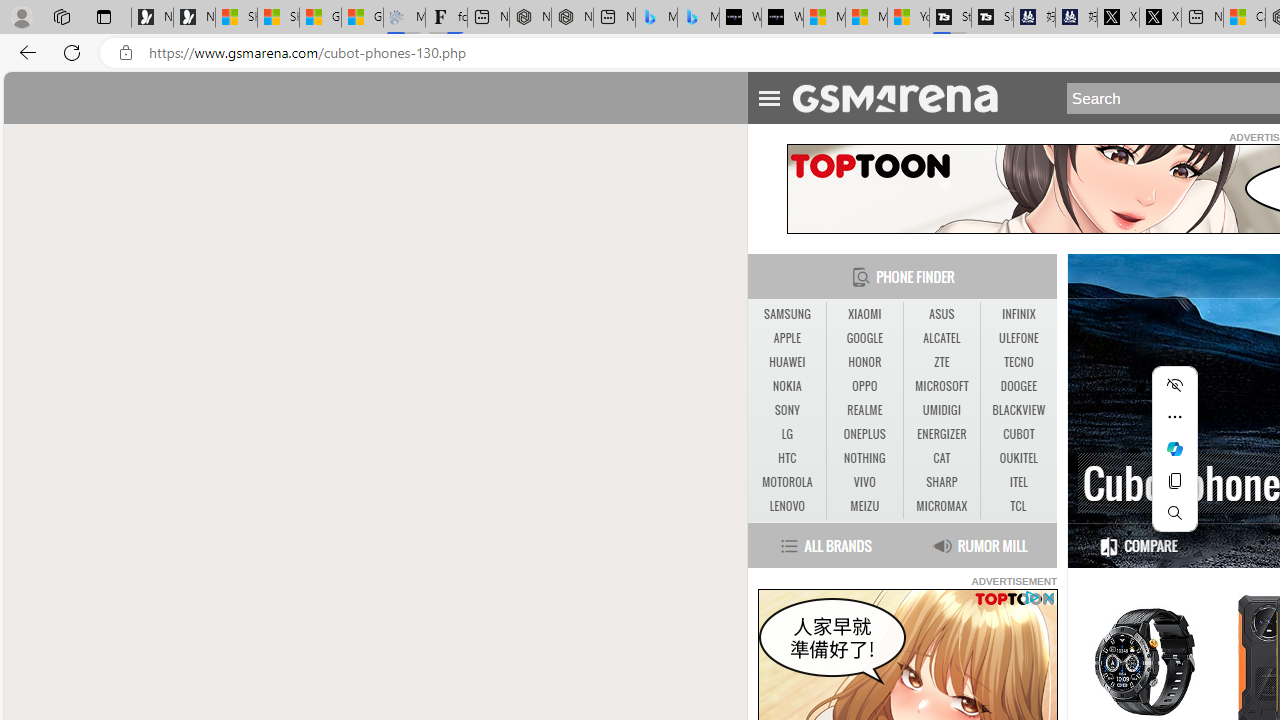 This screenshot has width=1280, height=720. Describe the element at coordinates (864, 505) in the screenshot. I see `'MEIZU'` at that location.